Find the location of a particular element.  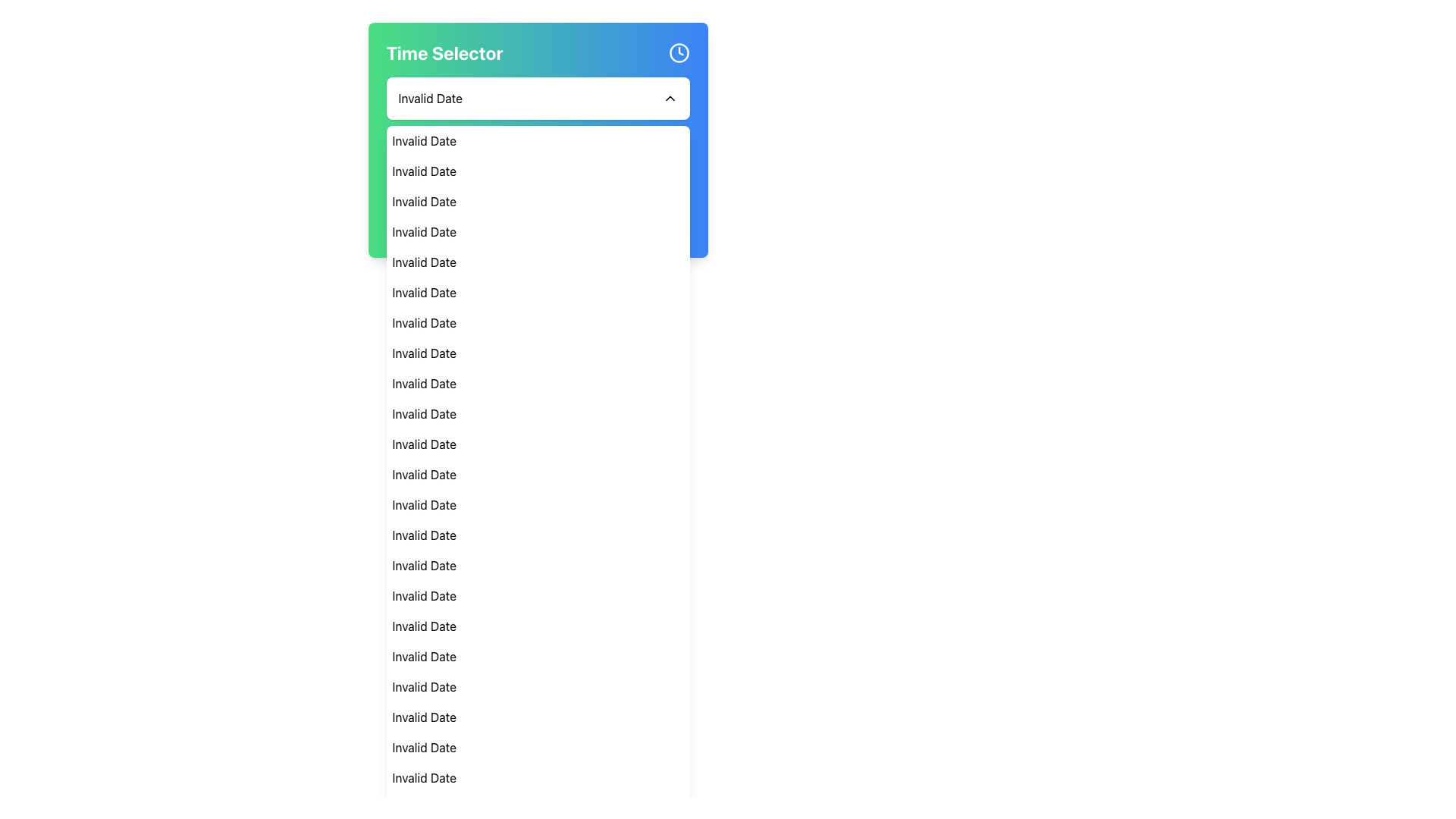

the fifth selectable date option in the dropdown menu to enable keyboard interaction is located at coordinates (538, 262).